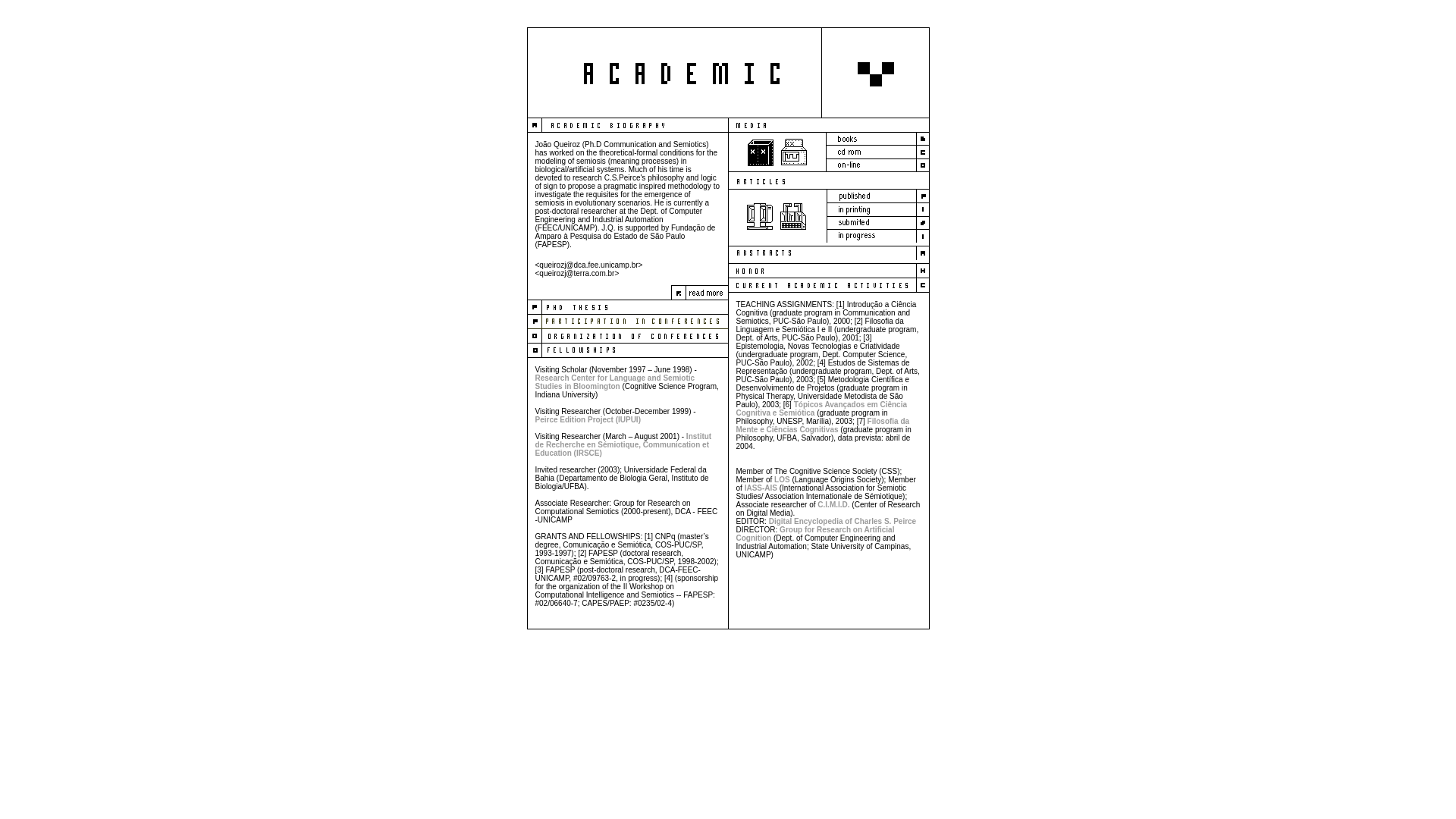 The width and height of the screenshot is (1456, 819). What do you see at coordinates (840, 520) in the screenshot?
I see `'Digital Encyclopedia of Charles S. Peirce'` at bounding box center [840, 520].